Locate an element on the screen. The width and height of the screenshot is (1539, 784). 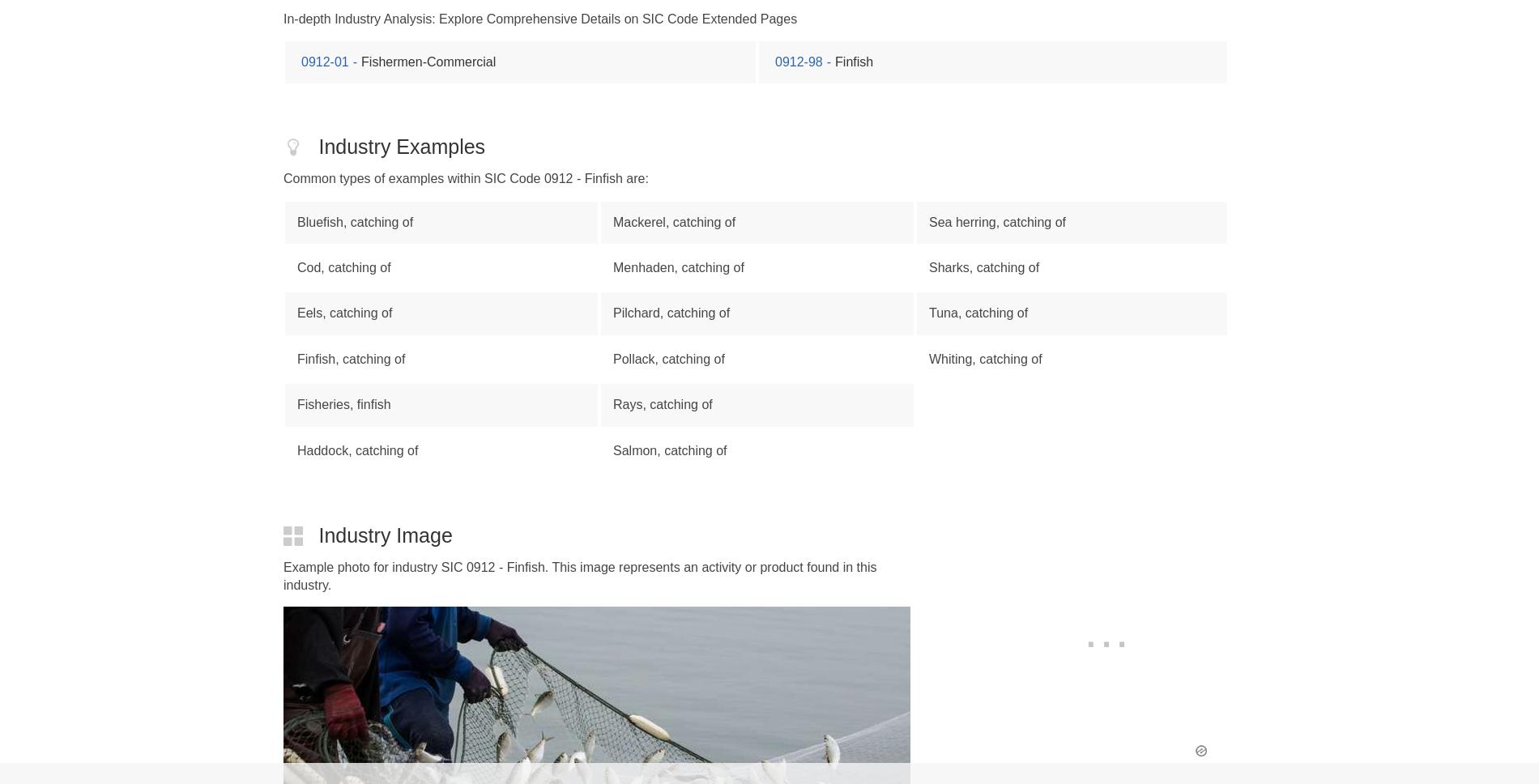
'Tuna, catching of' is located at coordinates (978, 312).